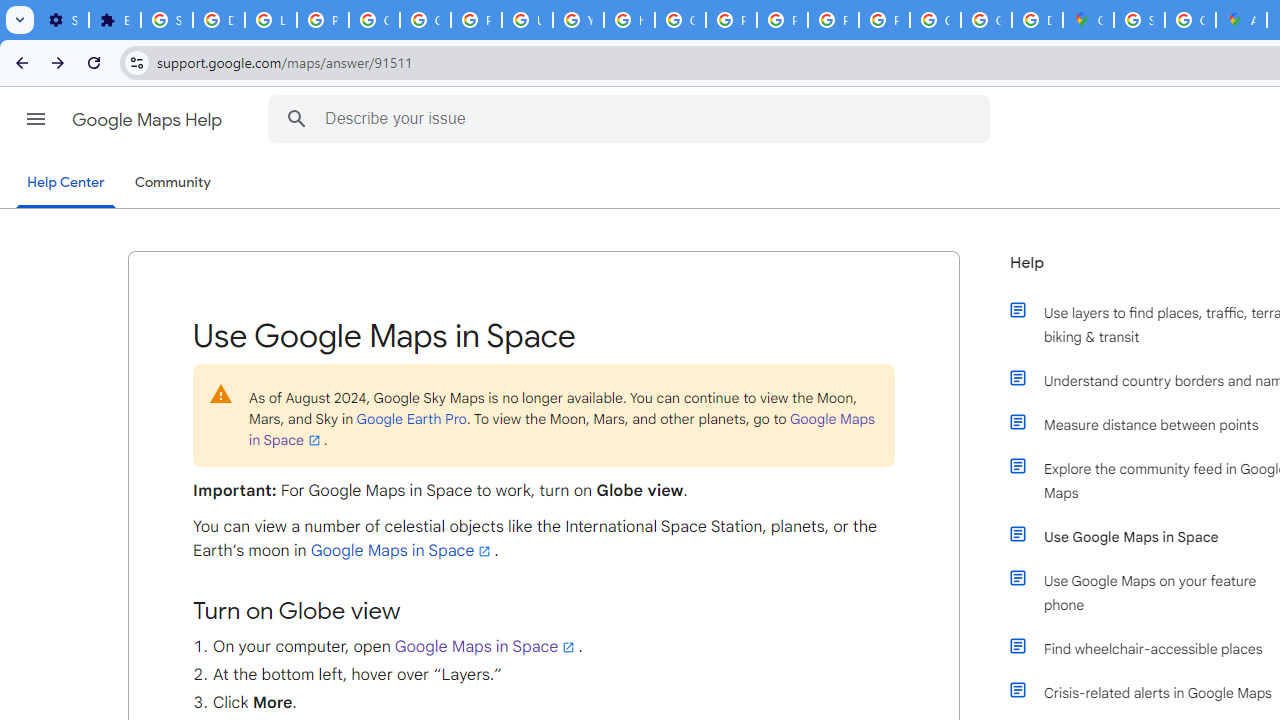 Image resolution: width=1280 pixels, height=720 pixels. What do you see at coordinates (375, 20) in the screenshot?
I see `'Google Account Help'` at bounding box center [375, 20].